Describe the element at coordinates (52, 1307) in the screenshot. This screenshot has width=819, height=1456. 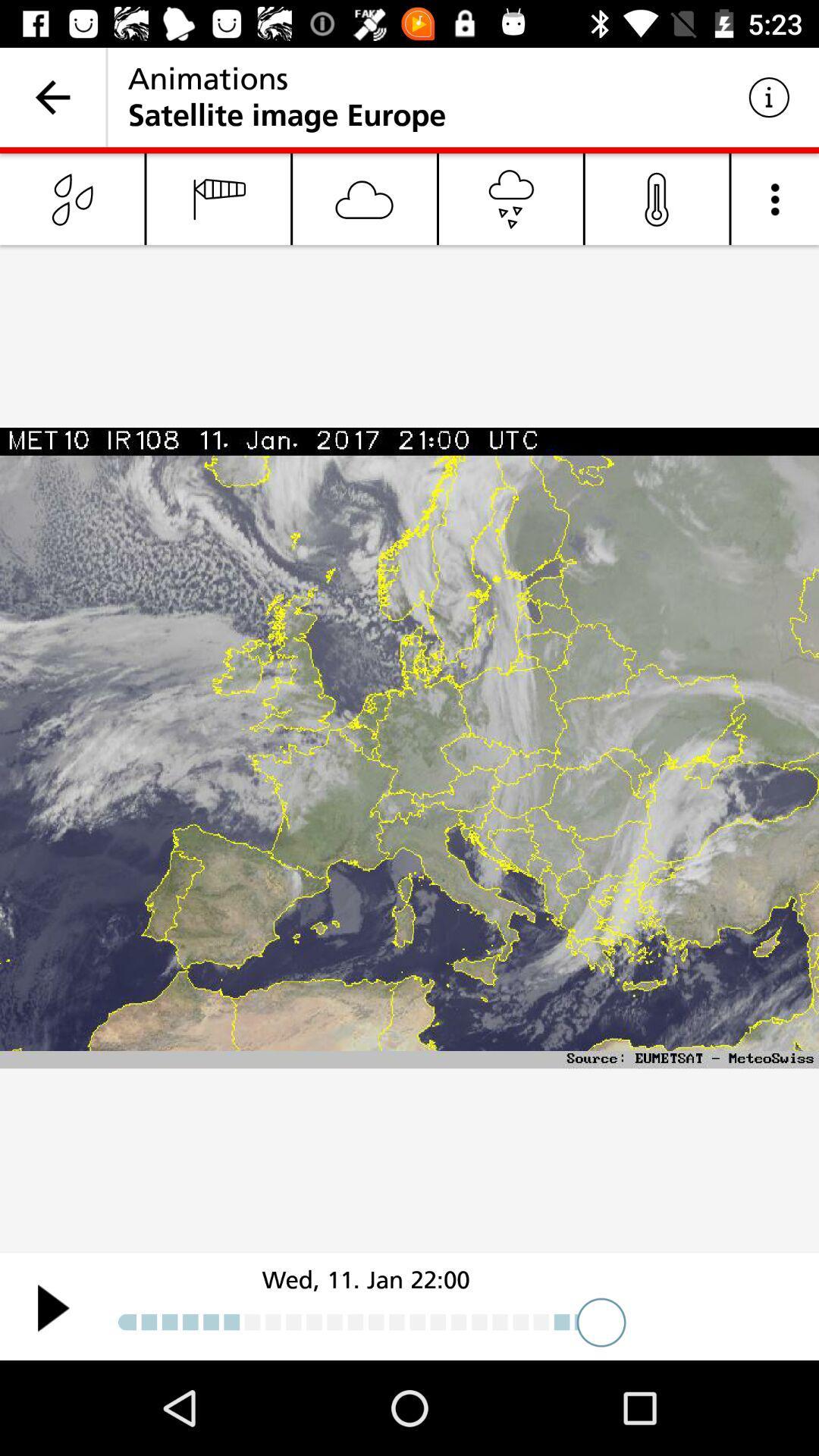
I see `weather forecasts` at that location.